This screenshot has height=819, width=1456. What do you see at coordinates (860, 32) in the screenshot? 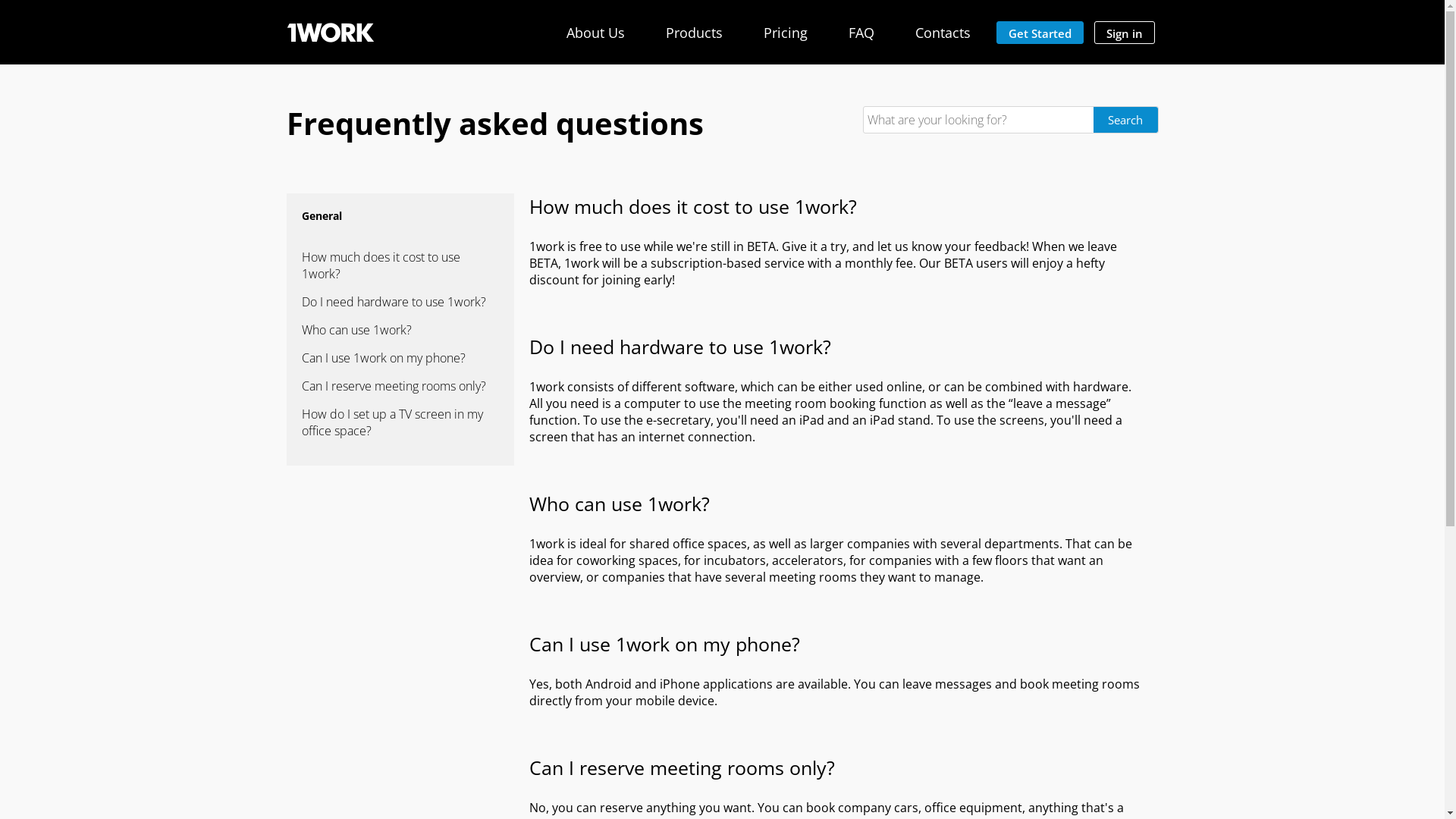
I see `'FAQ'` at bounding box center [860, 32].